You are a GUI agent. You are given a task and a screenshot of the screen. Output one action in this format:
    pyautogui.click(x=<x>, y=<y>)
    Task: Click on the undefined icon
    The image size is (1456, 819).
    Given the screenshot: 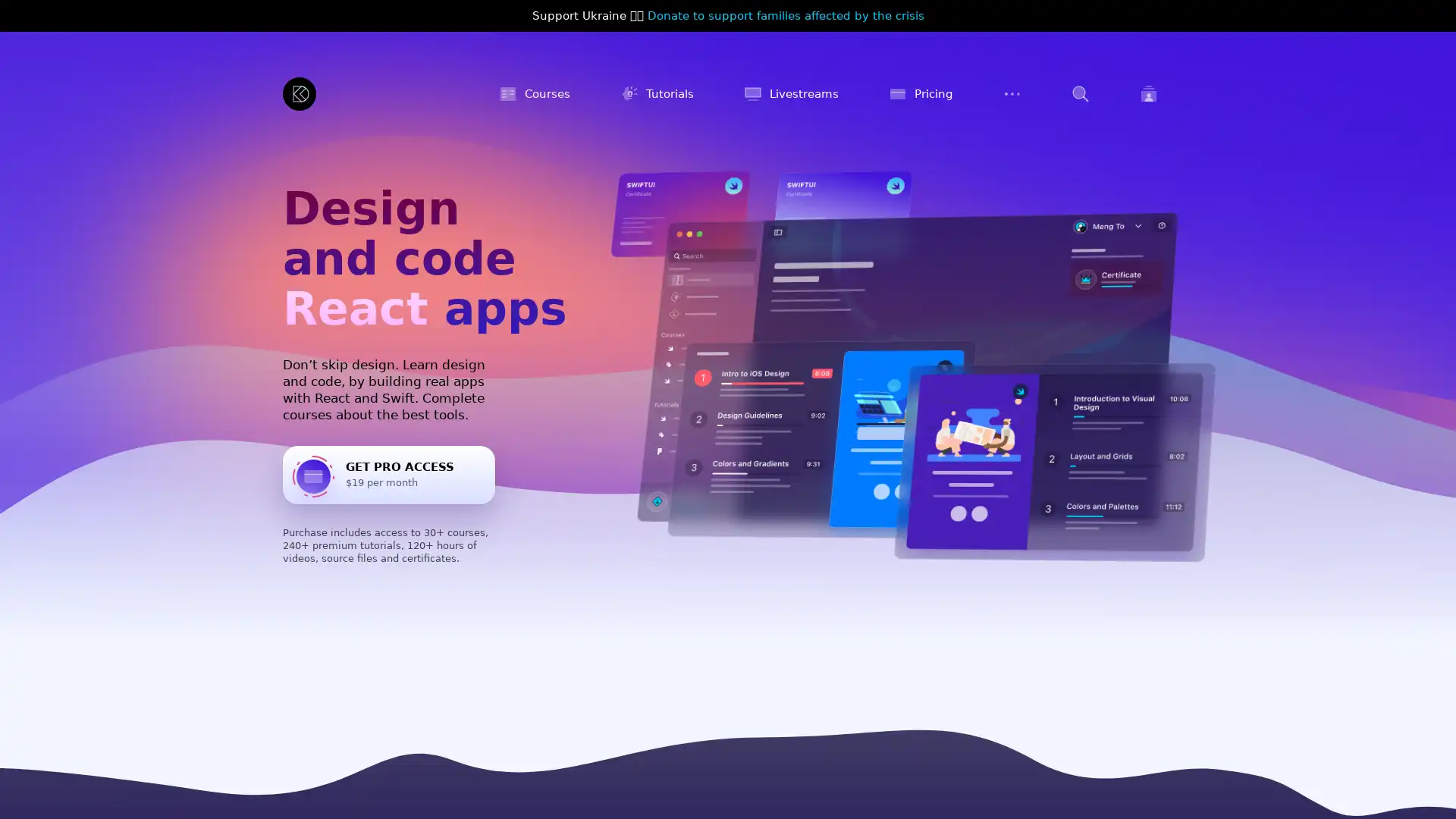 What is the action you would take?
    pyautogui.click(x=1080, y=93)
    